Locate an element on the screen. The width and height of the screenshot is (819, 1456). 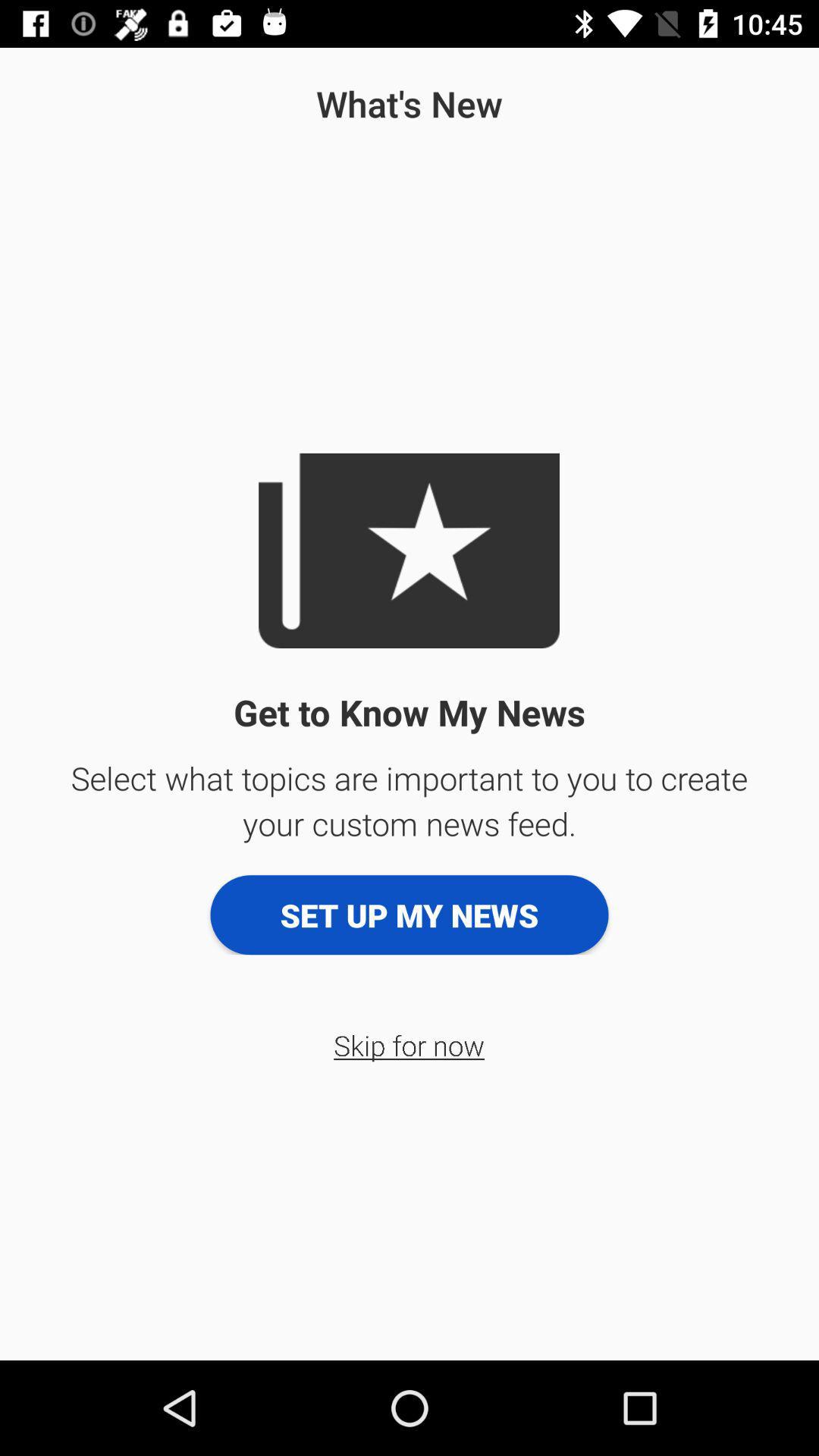
the button below set up my item is located at coordinates (408, 1044).